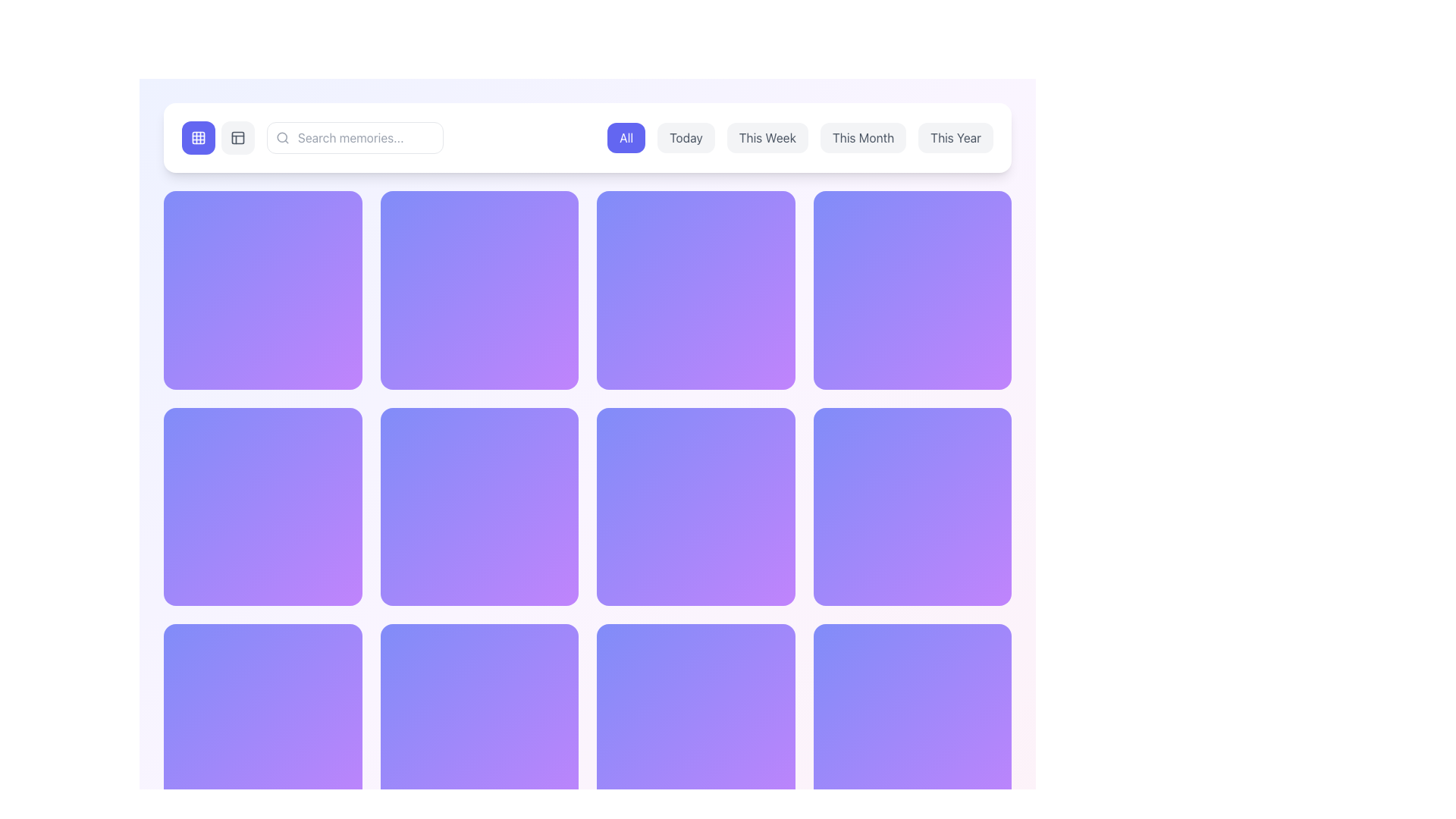 This screenshot has height=819, width=1456. I want to click on the second tile in the second row of the grid layout, so click(479, 507).